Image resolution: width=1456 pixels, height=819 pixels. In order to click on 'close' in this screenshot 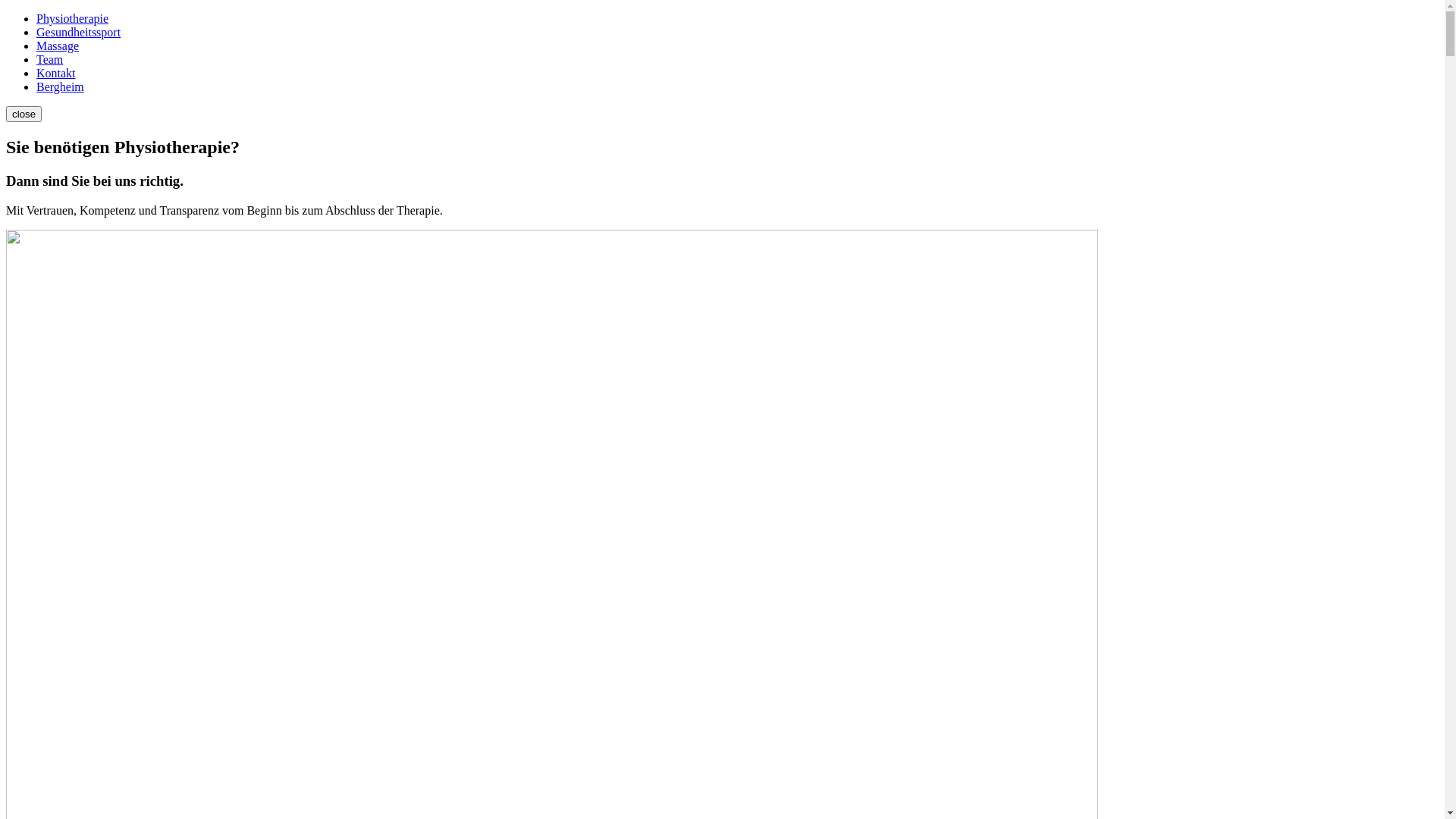, I will do `click(24, 113)`.